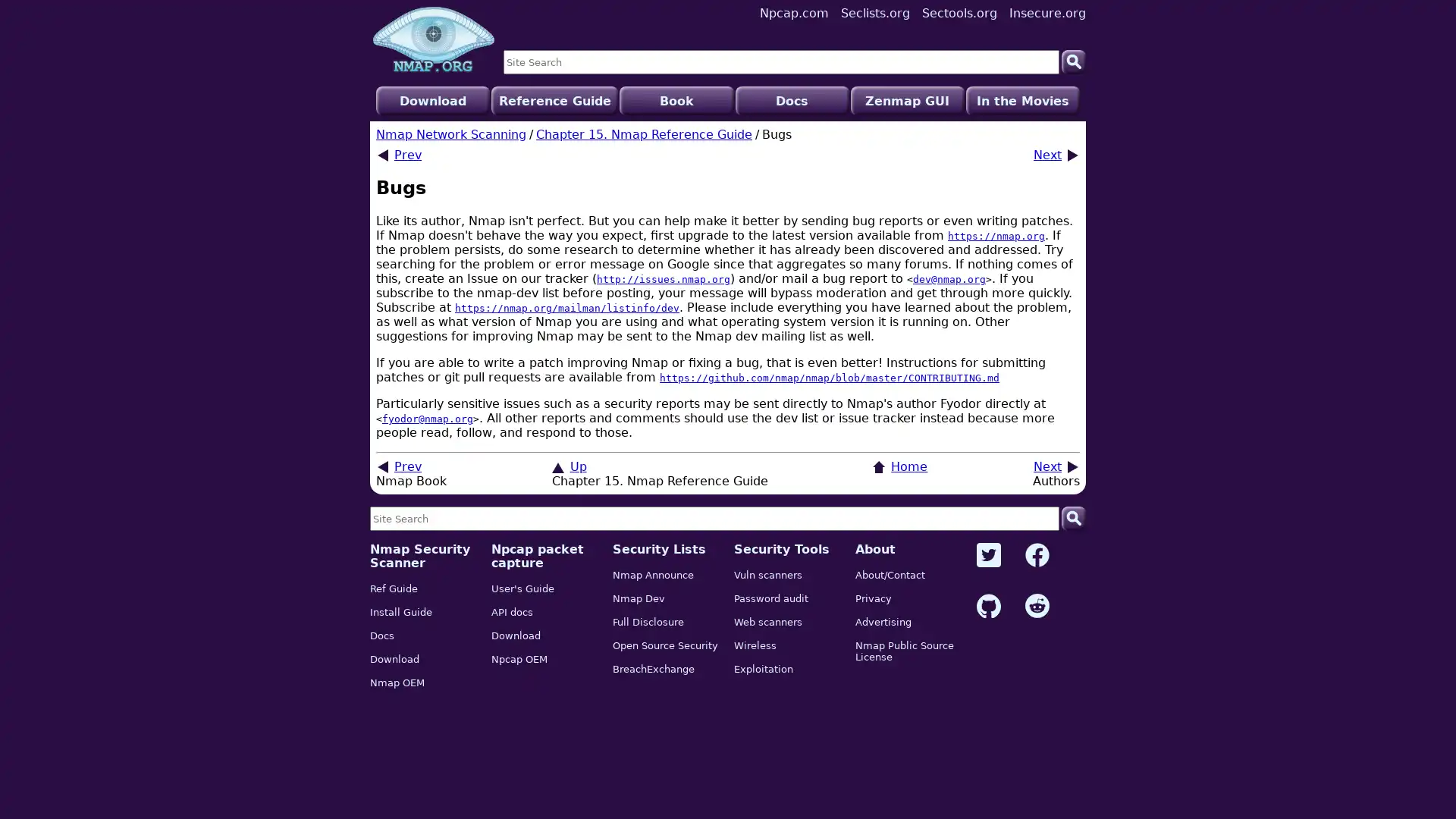 The image size is (1456, 819). I want to click on Search, so click(1073, 61).